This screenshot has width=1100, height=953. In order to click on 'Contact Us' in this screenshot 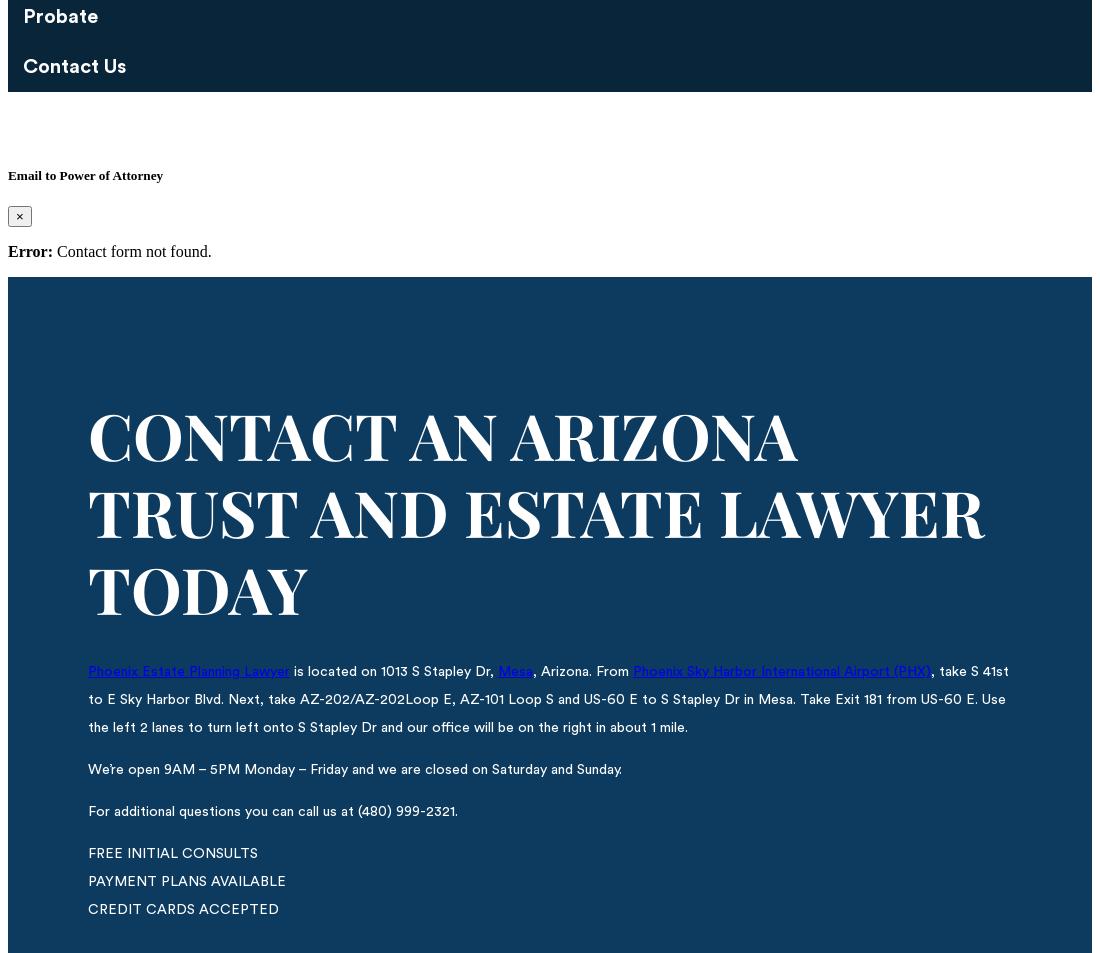, I will do `click(74, 65)`.